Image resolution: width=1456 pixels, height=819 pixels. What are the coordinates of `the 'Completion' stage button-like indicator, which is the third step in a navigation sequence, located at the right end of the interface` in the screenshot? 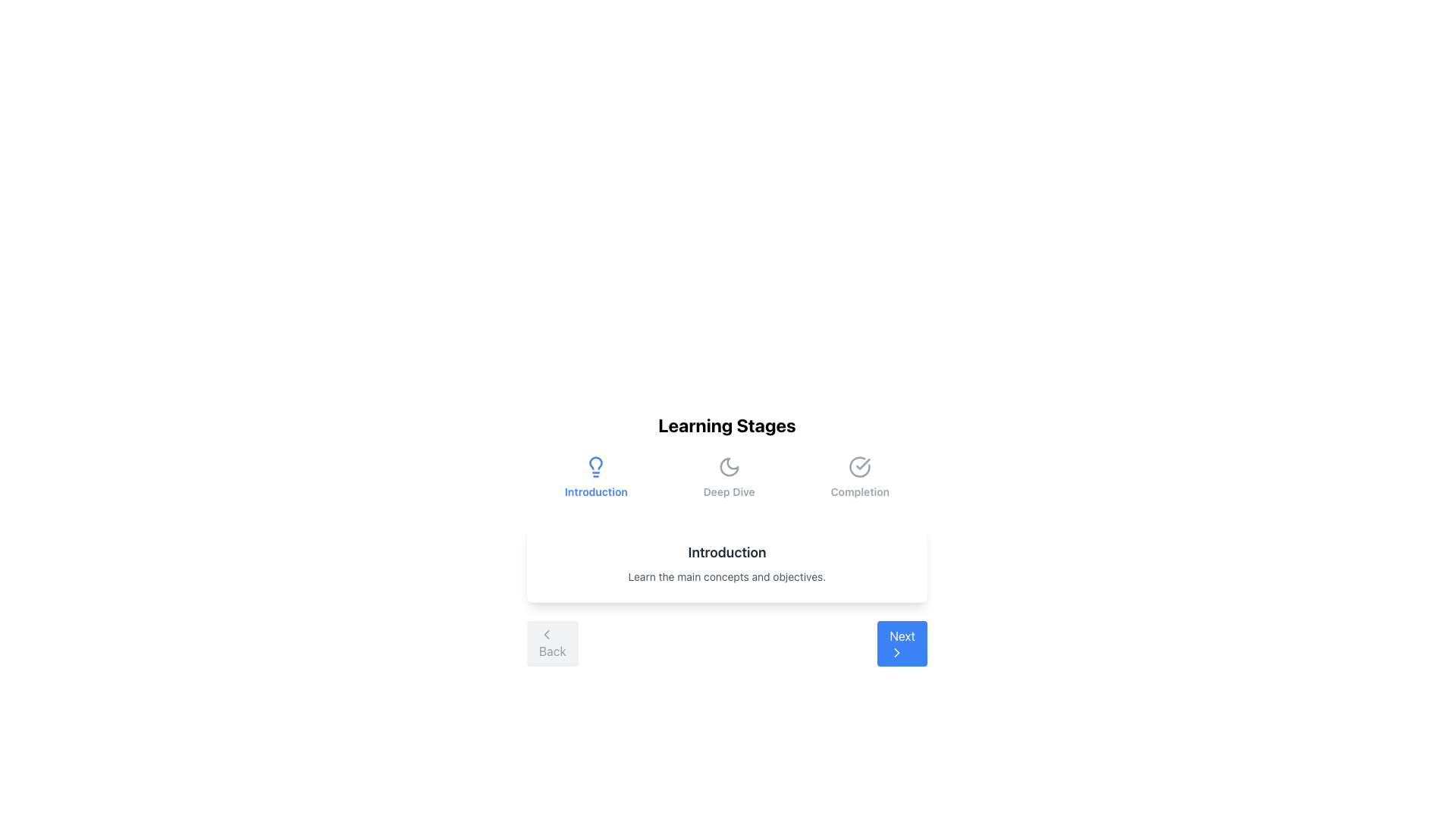 It's located at (860, 476).